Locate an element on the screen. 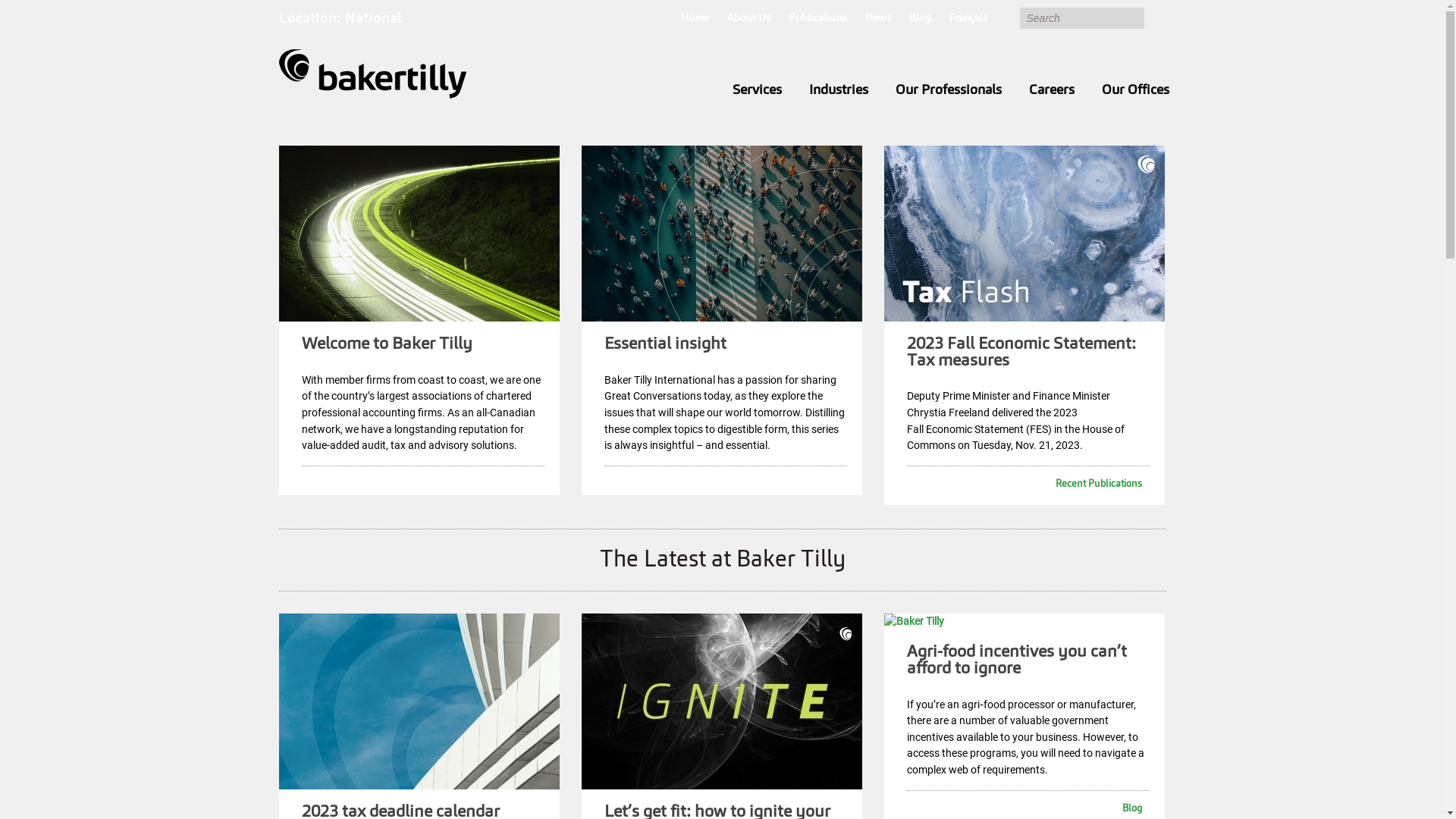 Image resolution: width=1456 pixels, height=819 pixels. 'Our Professionals' is located at coordinates (946, 90).